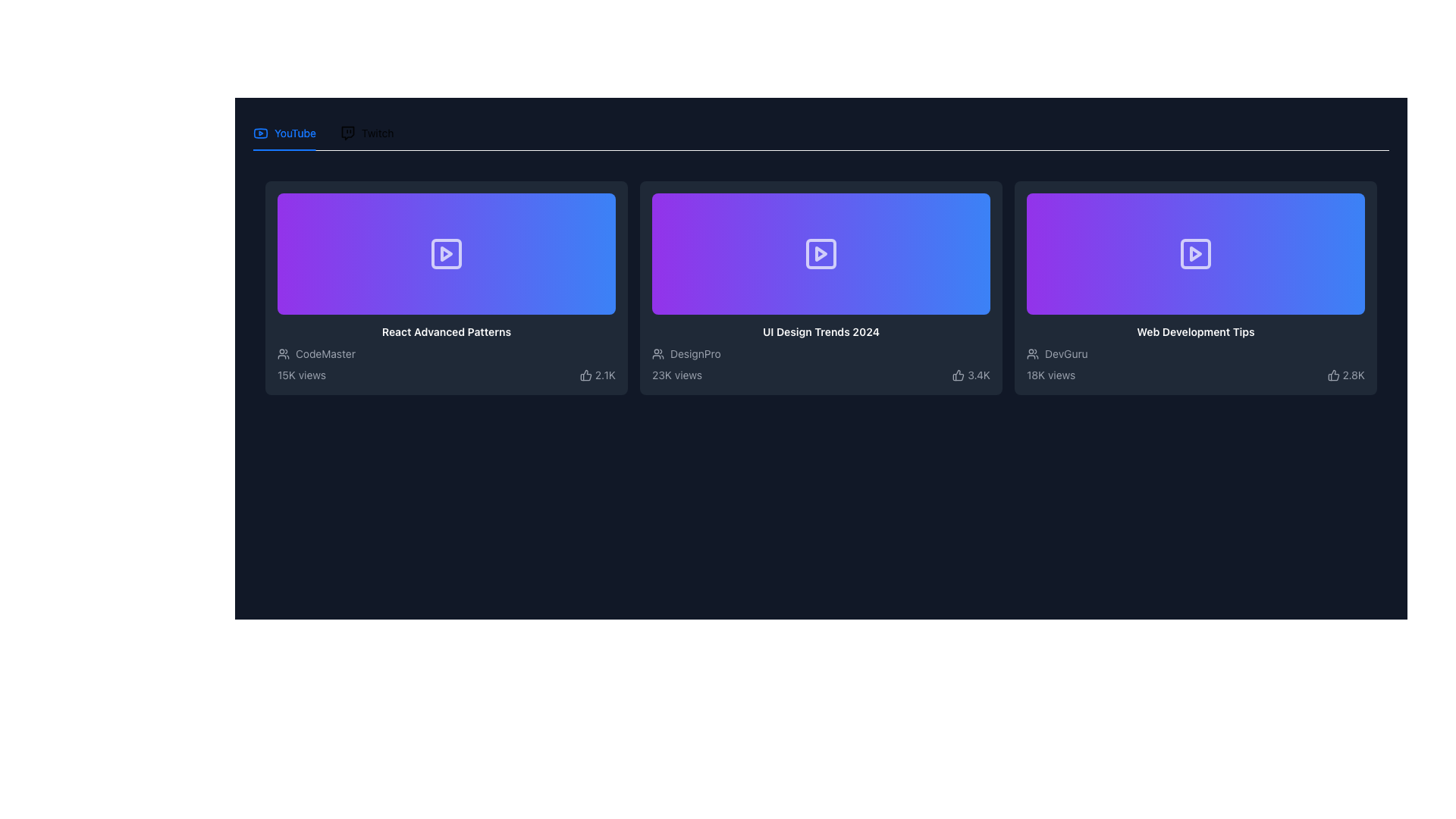 Image resolution: width=1456 pixels, height=819 pixels. I want to click on the SVG icon representing a group of people, located next to the text label 'DevGuru' in the card labeled 'Web Development Tips', so click(1032, 353).